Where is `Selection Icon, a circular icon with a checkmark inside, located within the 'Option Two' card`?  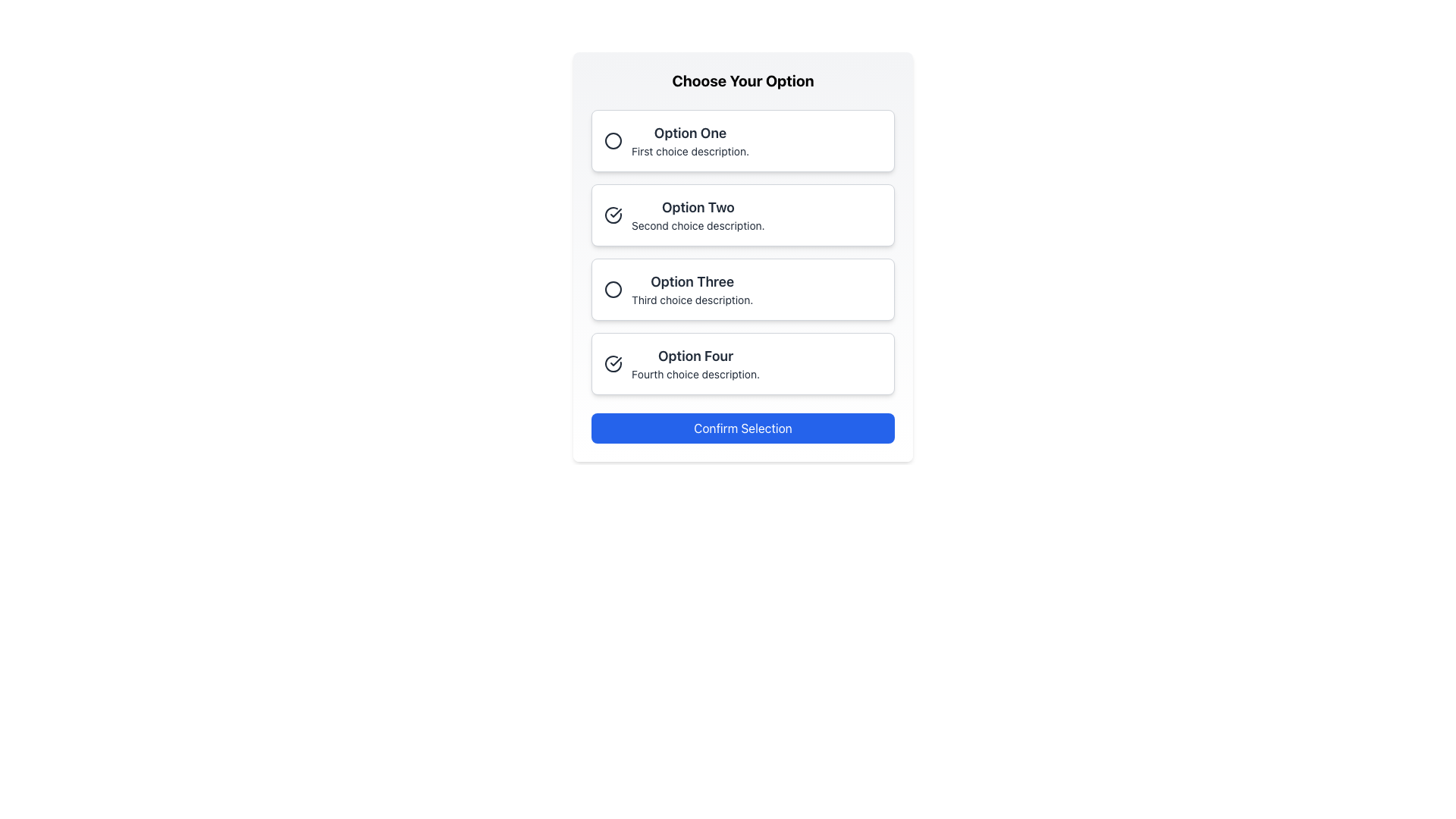
Selection Icon, a circular icon with a checkmark inside, located within the 'Option Two' card is located at coordinates (613, 215).